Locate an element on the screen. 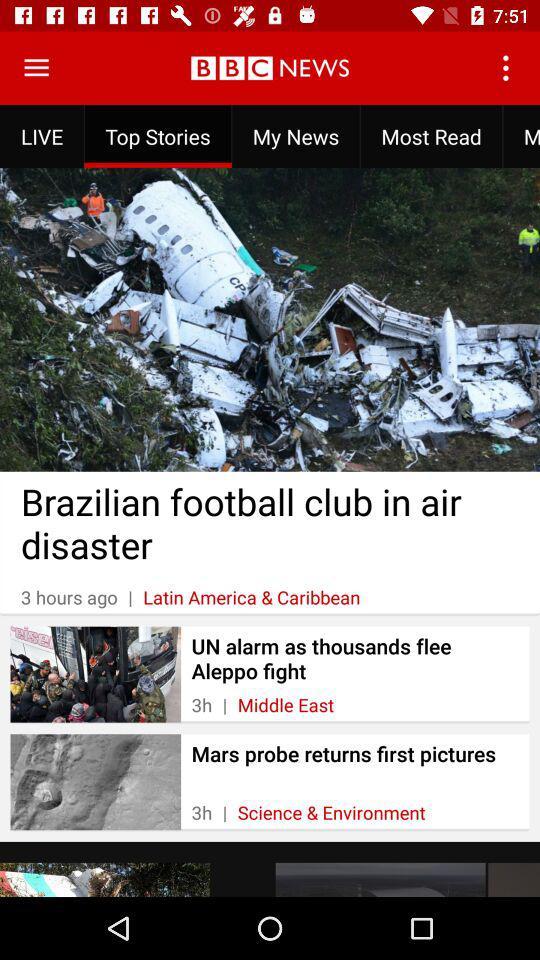 Image resolution: width=540 pixels, height=960 pixels. the most watched icon is located at coordinates (521, 135).